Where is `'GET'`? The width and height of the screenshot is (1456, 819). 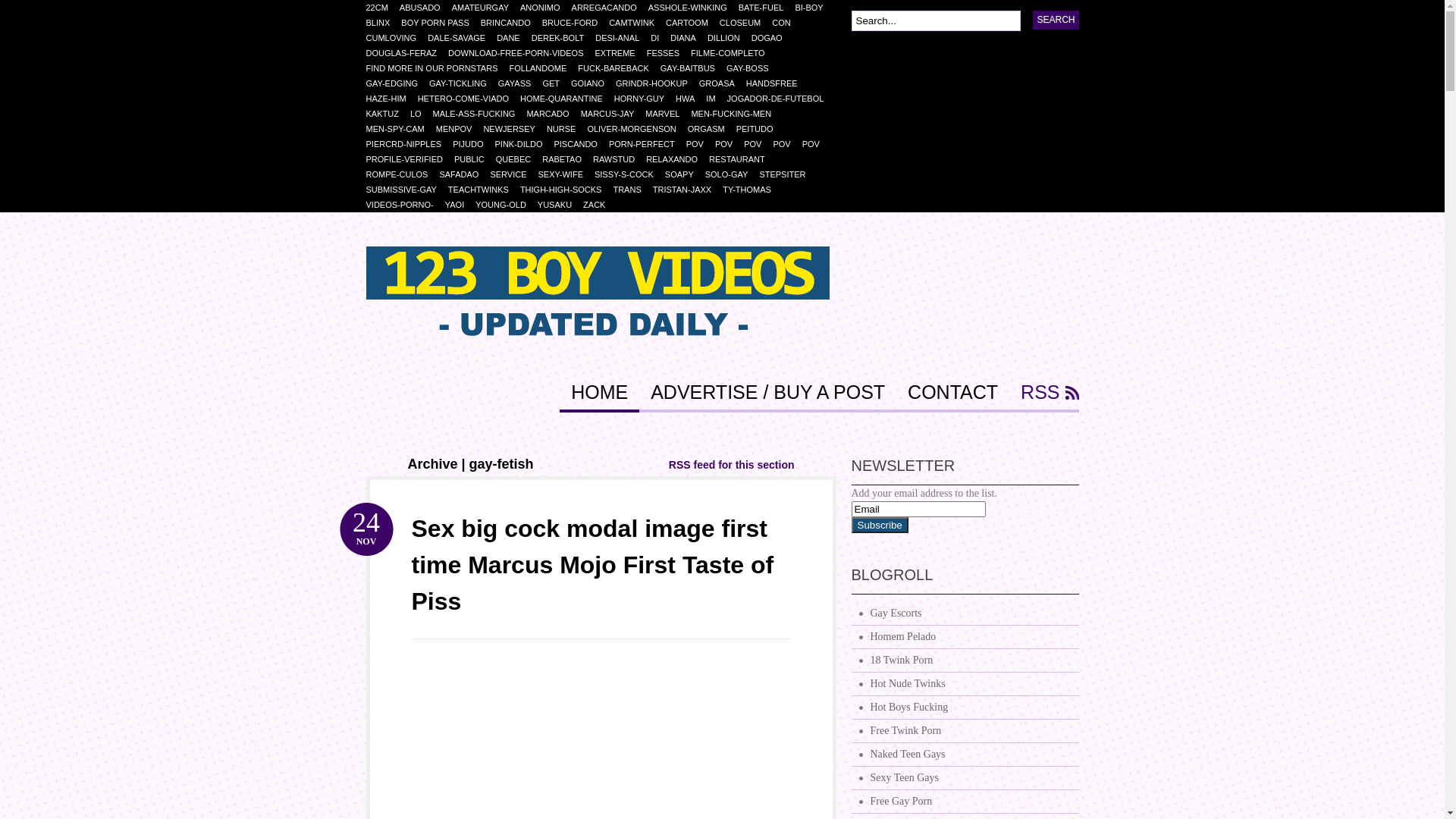 'GET' is located at coordinates (556, 83).